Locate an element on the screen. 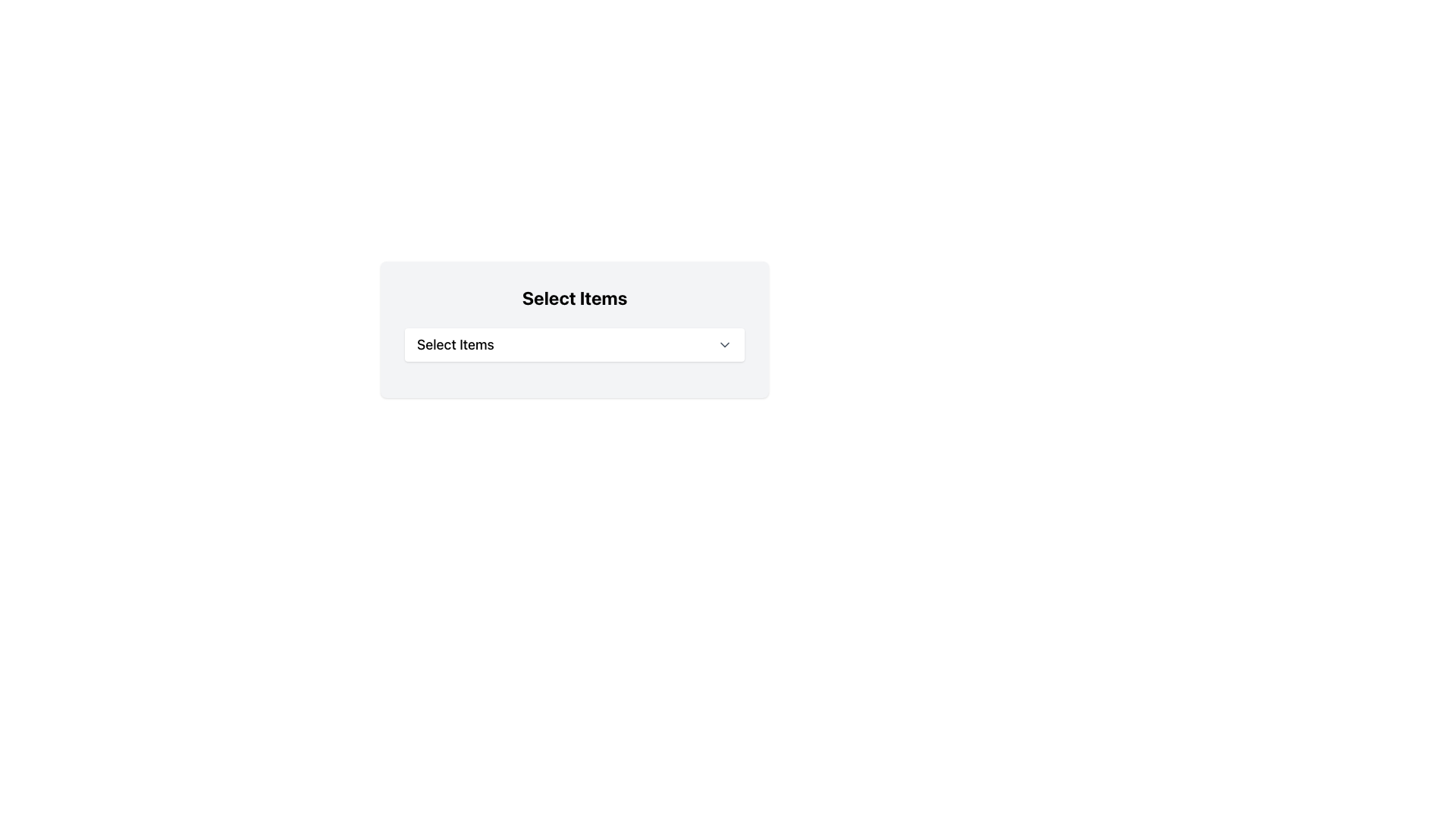 The image size is (1456, 819). the downward-pointing chevron SVG icon next to the 'Select Items' text is located at coordinates (723, 345).